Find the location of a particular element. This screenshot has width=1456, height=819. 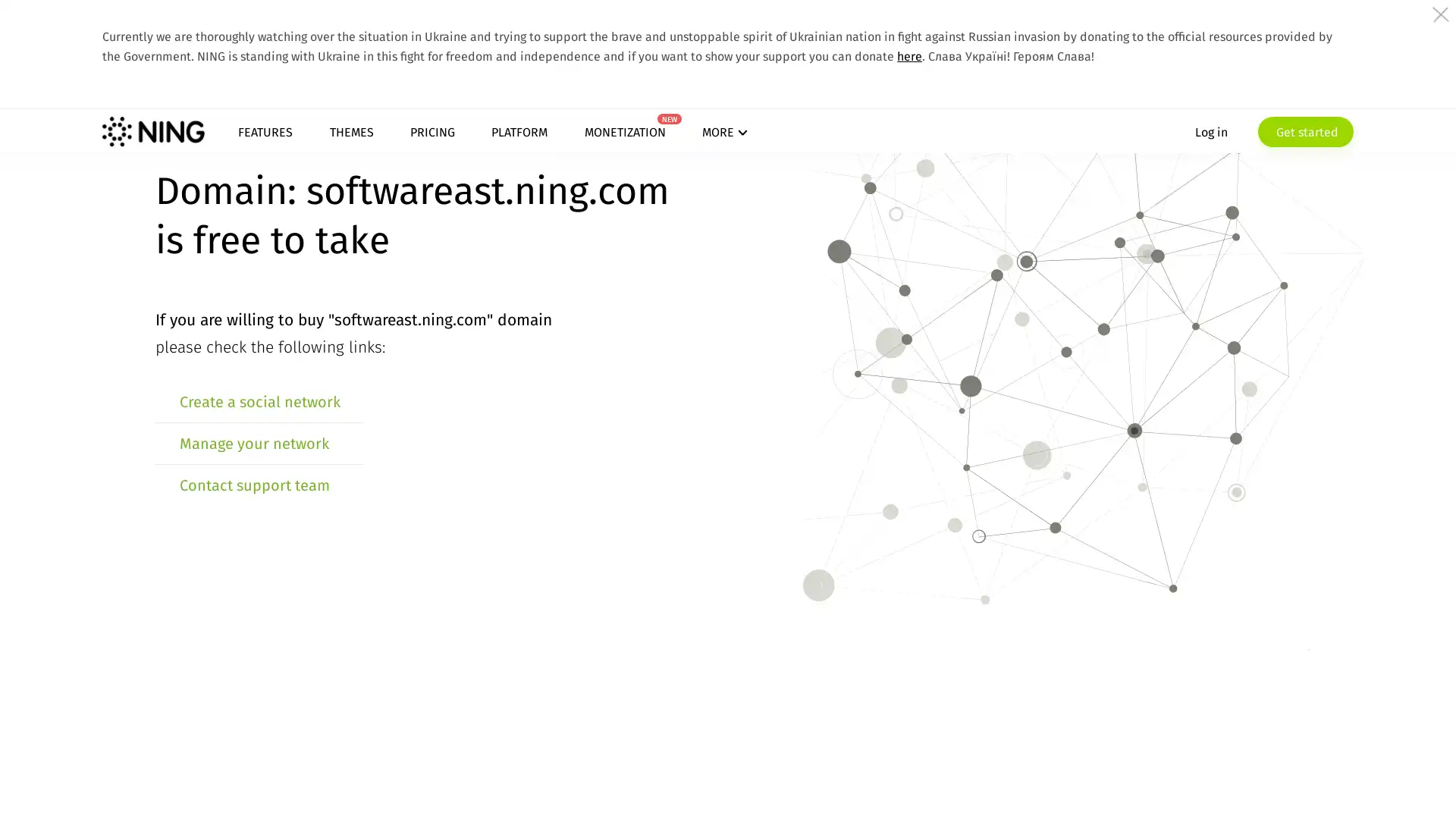

Get started is located at coordinates (1164, 155).